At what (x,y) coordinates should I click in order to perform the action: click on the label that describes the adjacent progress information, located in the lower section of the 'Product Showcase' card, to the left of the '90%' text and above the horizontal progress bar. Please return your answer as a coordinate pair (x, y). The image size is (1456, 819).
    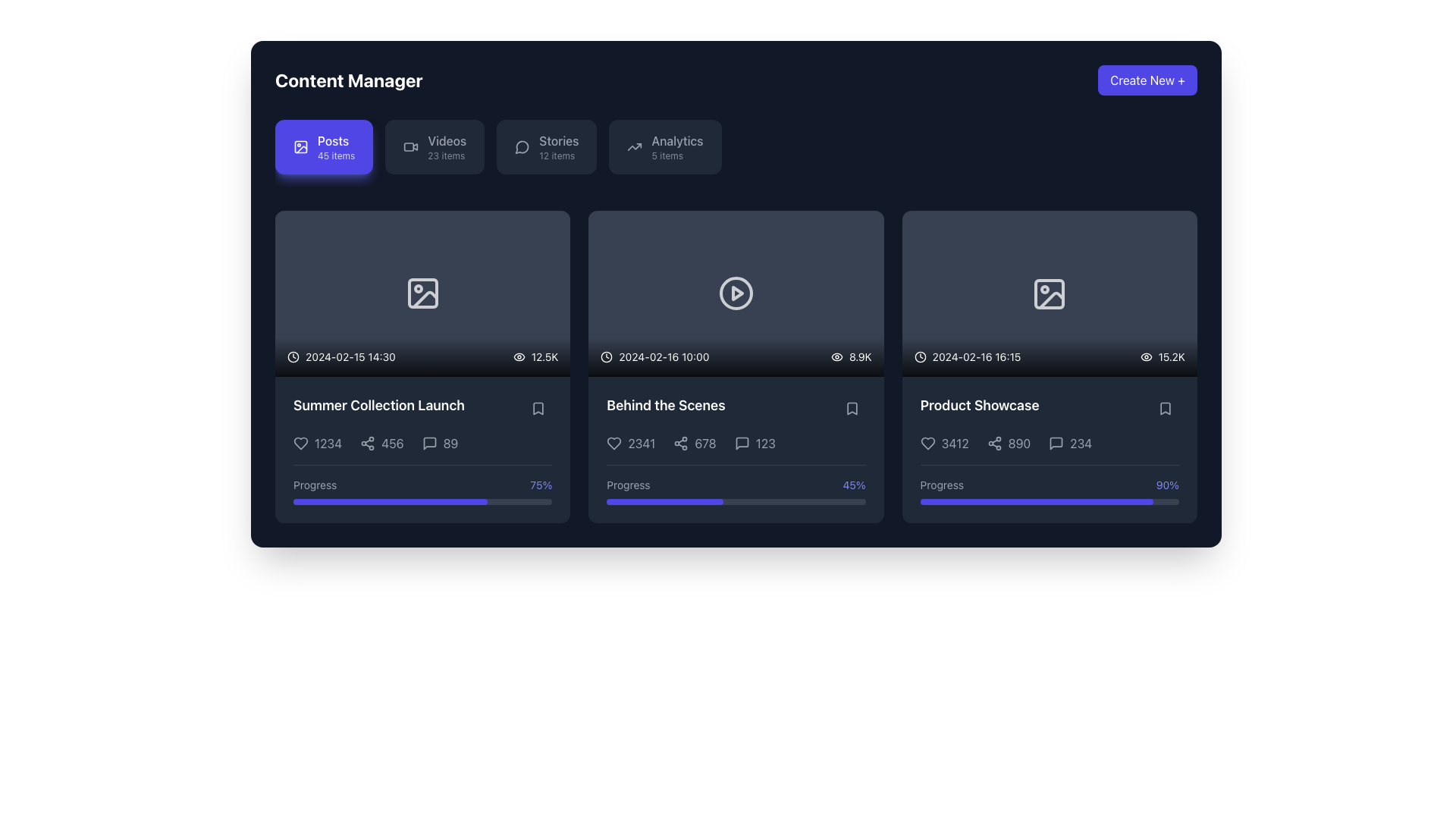
    Looking at the image, I should click on (941, 485).